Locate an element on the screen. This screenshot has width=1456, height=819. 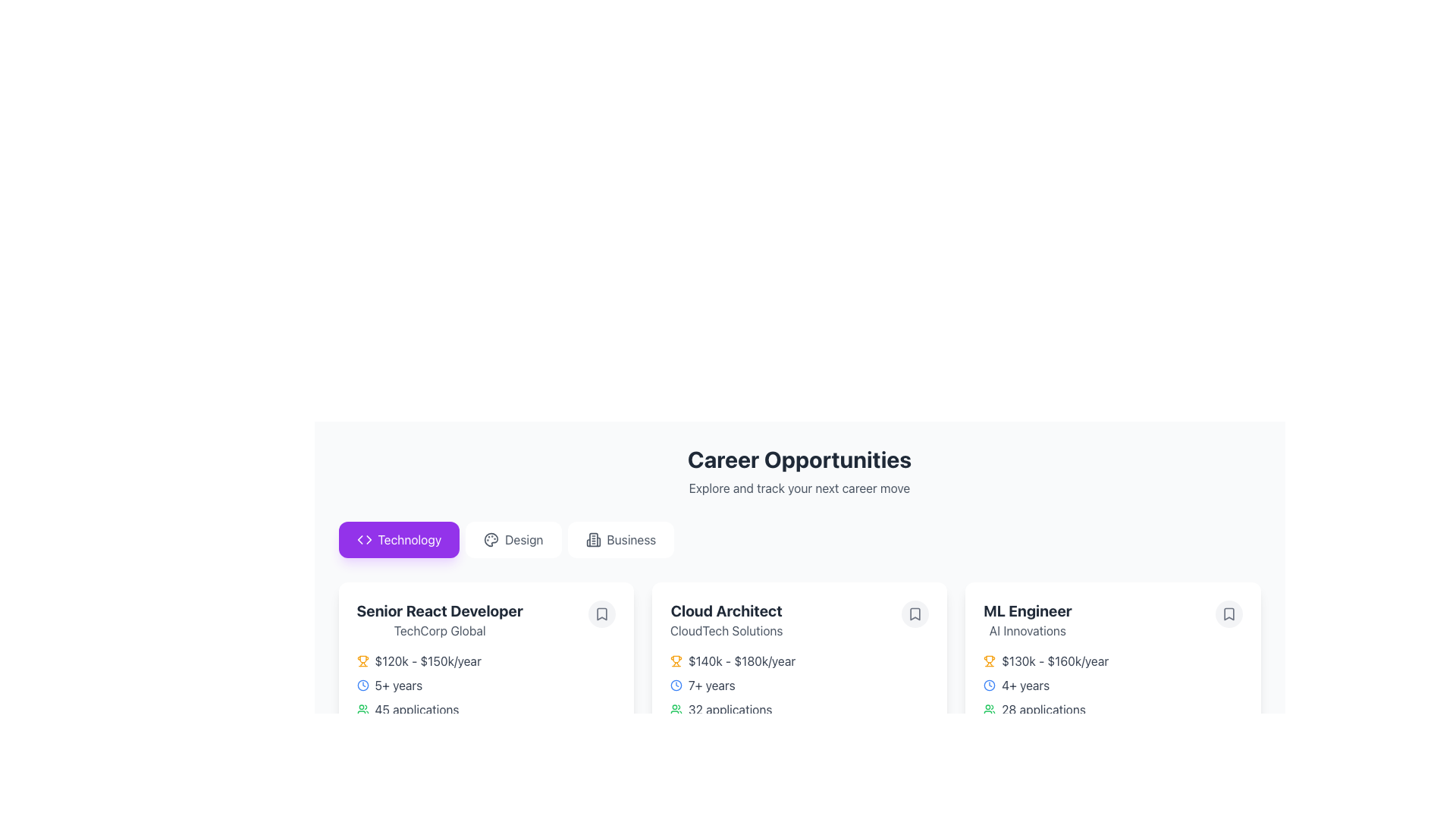
the small amber trophy icon representing an achievement, located in the top-left corner of the job information card, aligned horizontally with the text '$120k - $150k/year' is located at coordinates (362, 660).